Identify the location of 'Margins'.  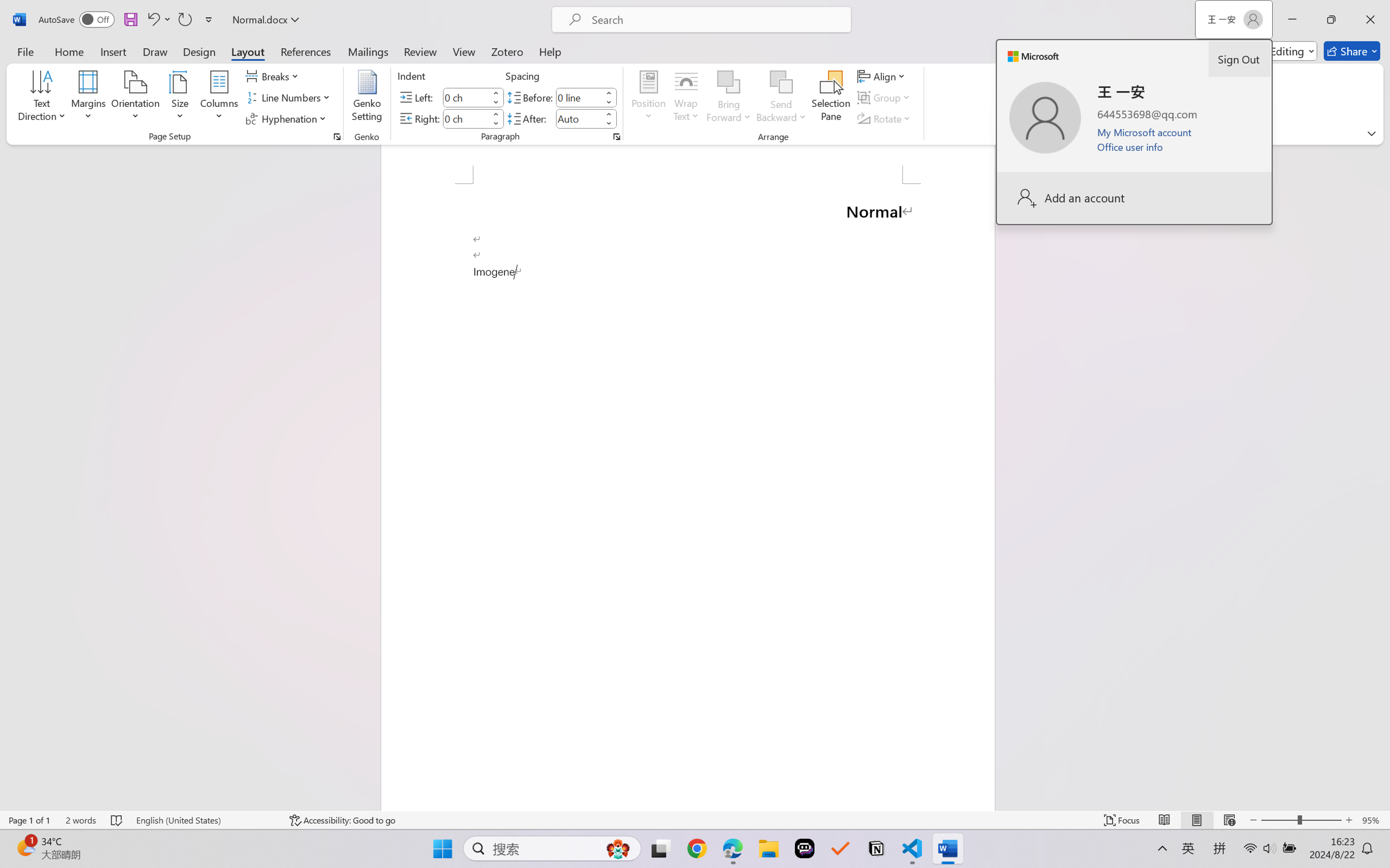
(88, 98).